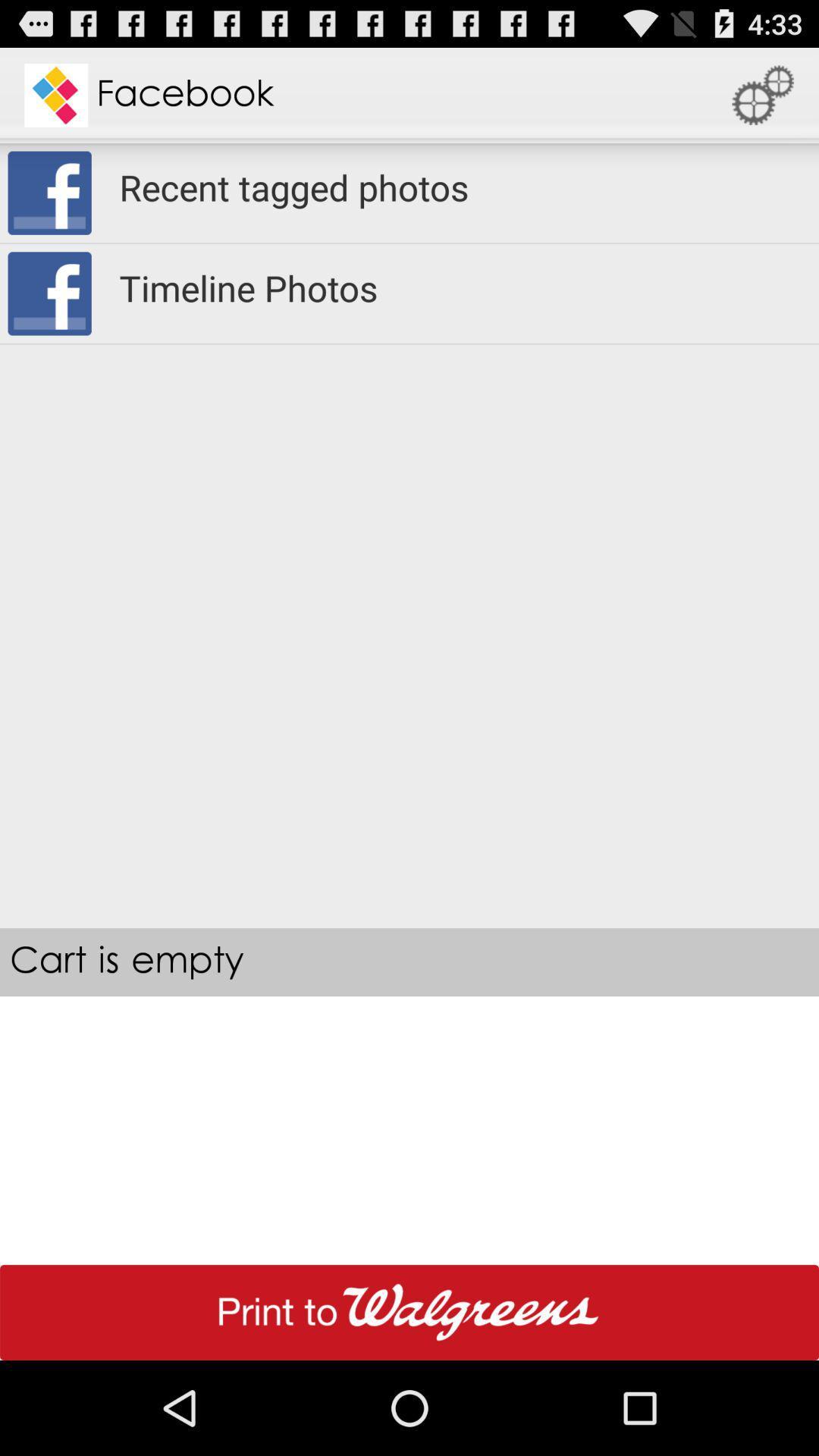 This screenshot has width=819, height=1456. What do you see at coordinates (763, 94) in the screenshot?
I see `item at the top right corner` at bounding box center [763, 94].